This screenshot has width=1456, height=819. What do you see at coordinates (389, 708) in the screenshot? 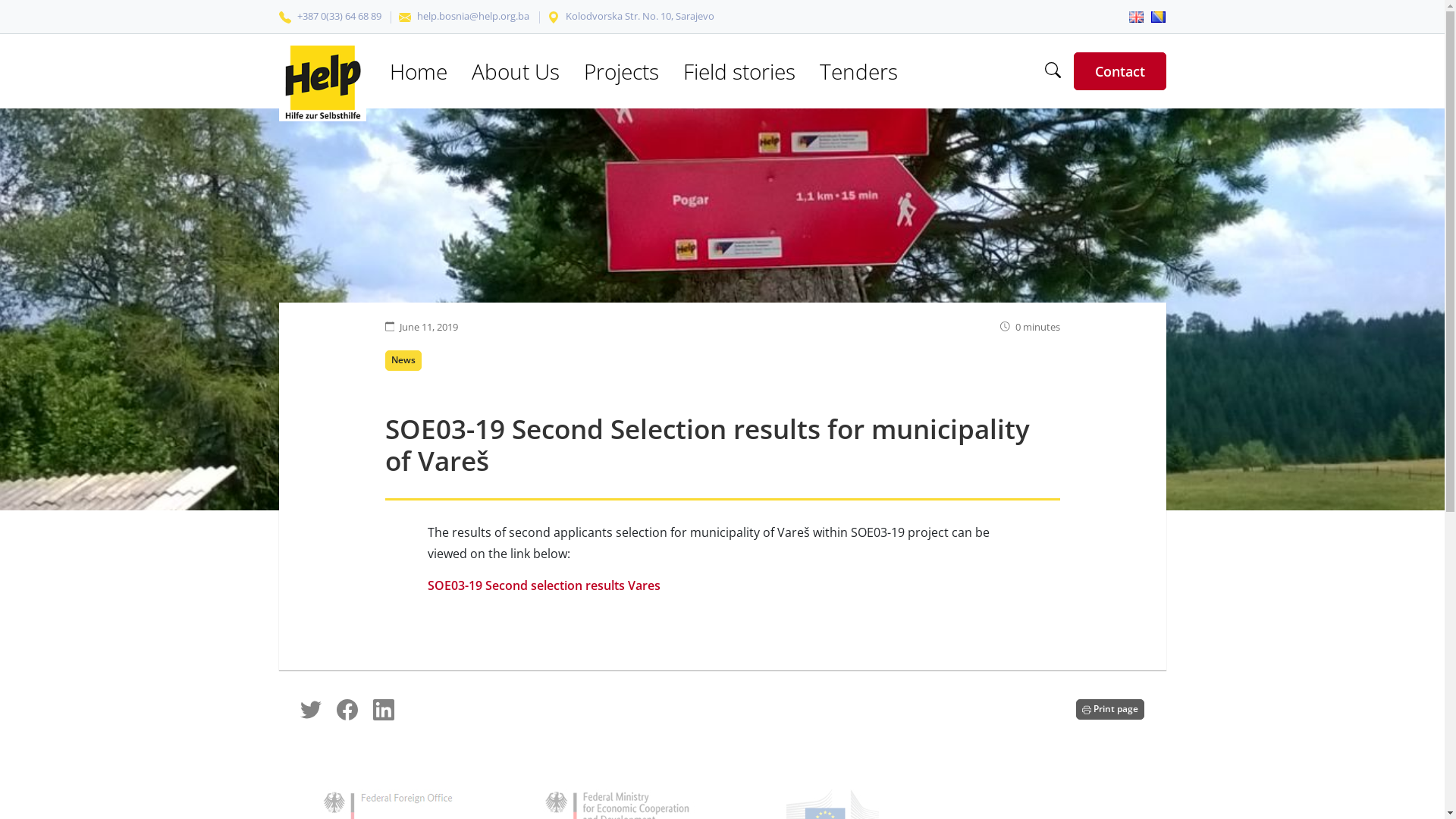
I see `'Share on LinkedIn'` at bounding box center [389, 708].